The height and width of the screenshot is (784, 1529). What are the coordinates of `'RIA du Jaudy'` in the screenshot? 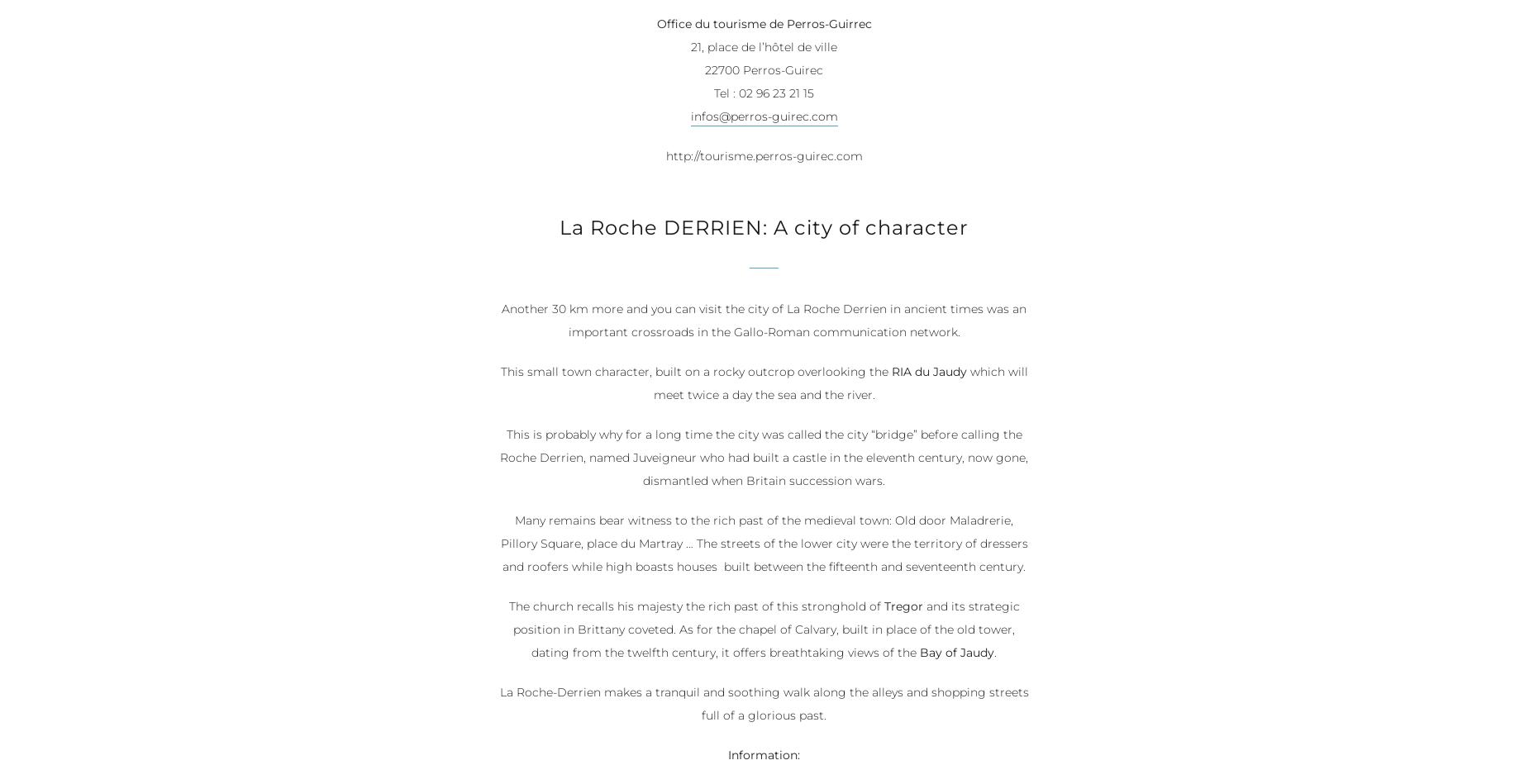 It's located at (927, 372).